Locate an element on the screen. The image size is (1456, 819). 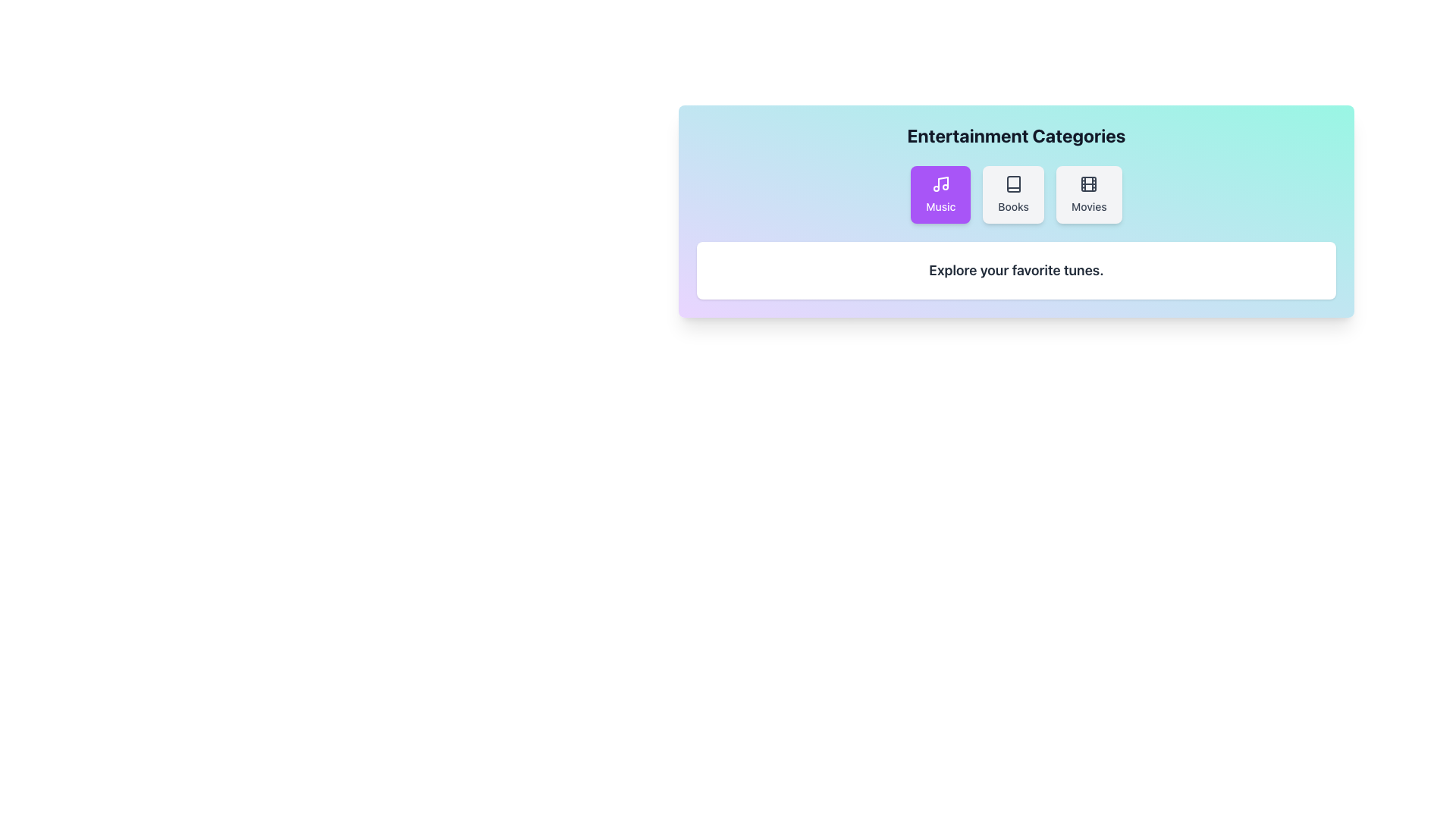
the 'Books' category button in the entertainment menu, which is the middle option in a group of three labeled 'Music', 'Books', and 'Movies' is located at coordinates (1013, 194).